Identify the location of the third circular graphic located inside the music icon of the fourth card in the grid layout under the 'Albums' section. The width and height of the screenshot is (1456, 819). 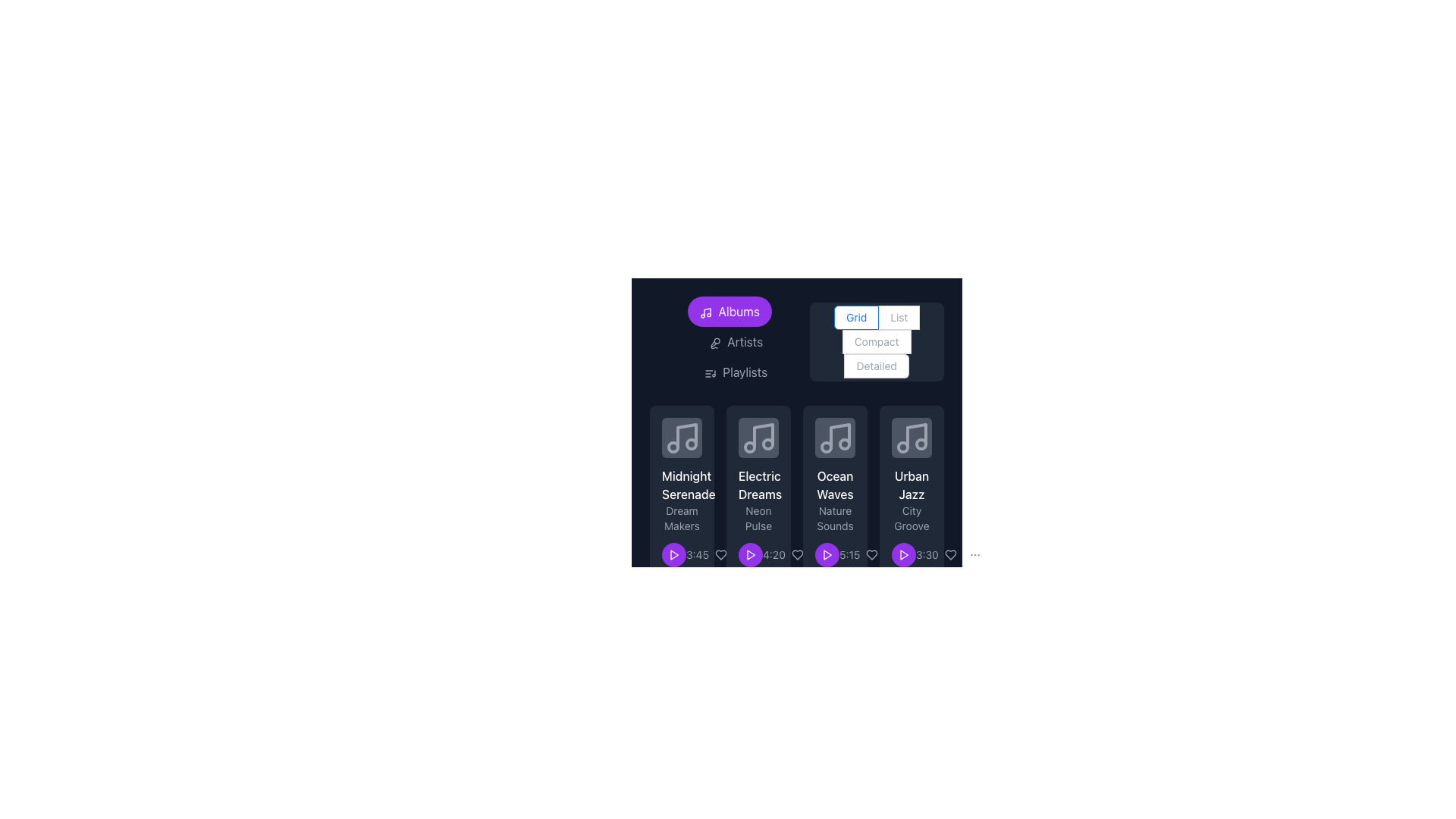
(920, 444).